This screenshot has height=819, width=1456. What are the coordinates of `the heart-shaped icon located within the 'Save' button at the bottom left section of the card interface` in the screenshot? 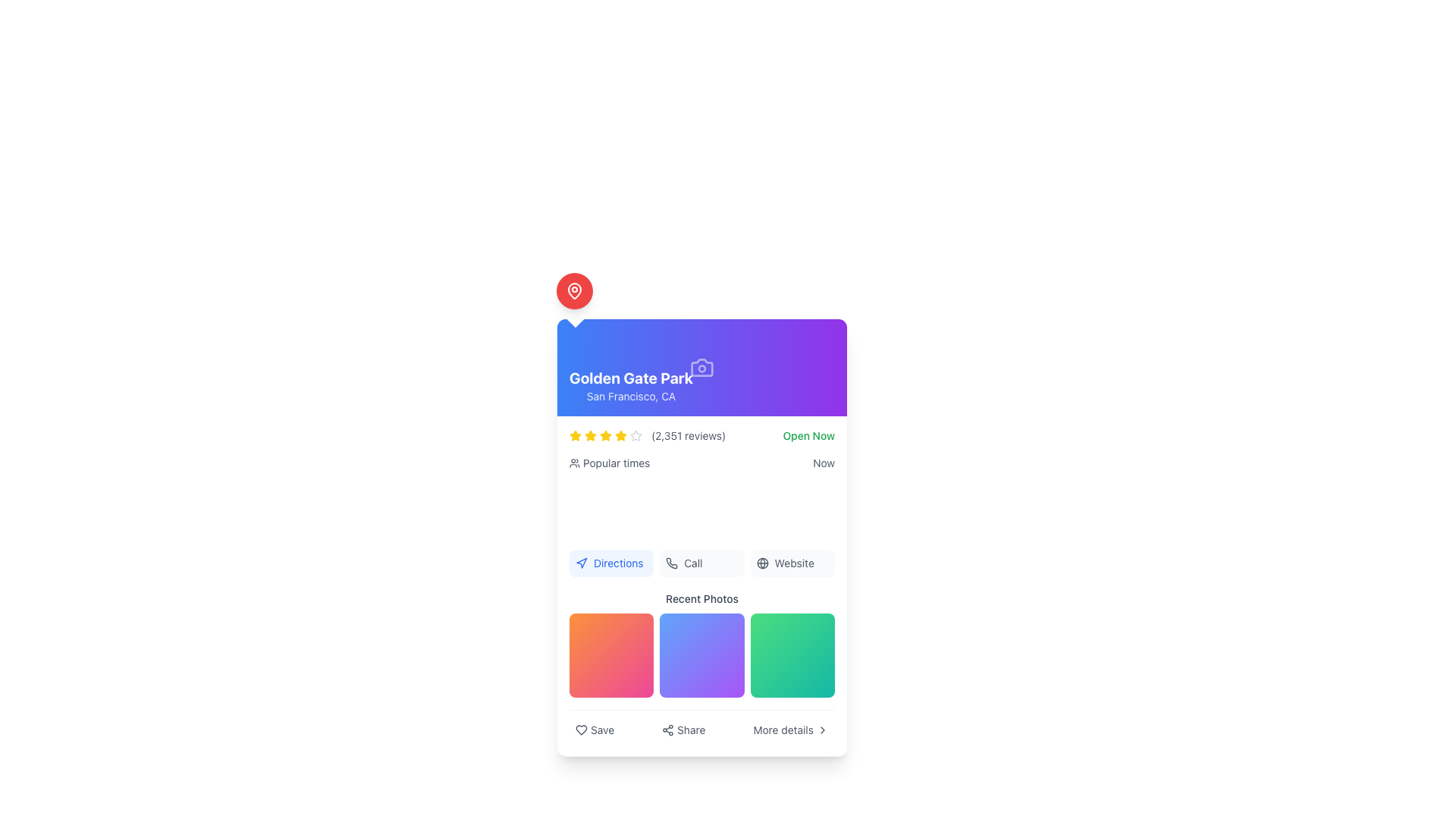 It's located at (581, 730).